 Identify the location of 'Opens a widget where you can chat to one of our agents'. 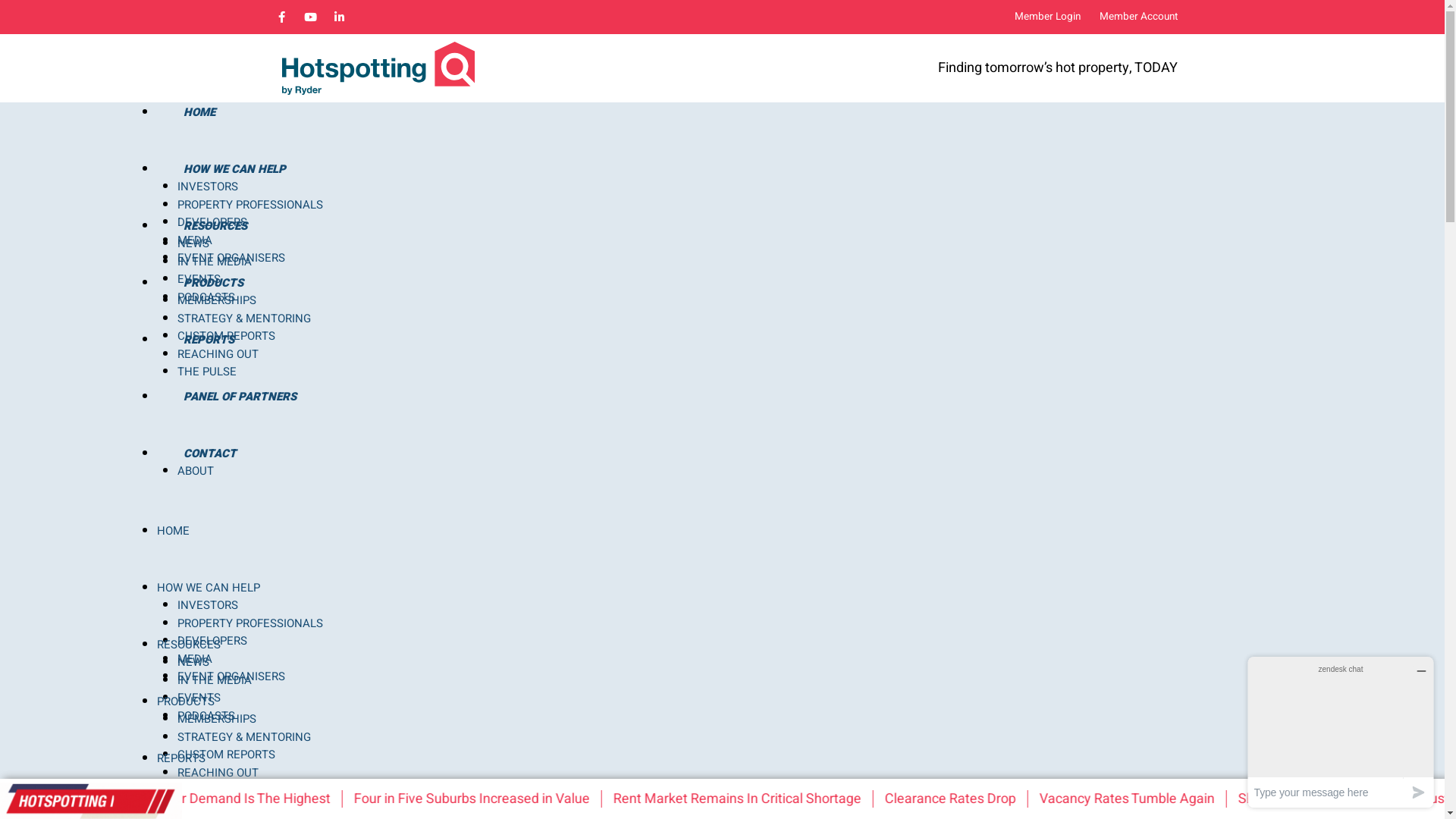
(1241, 731).